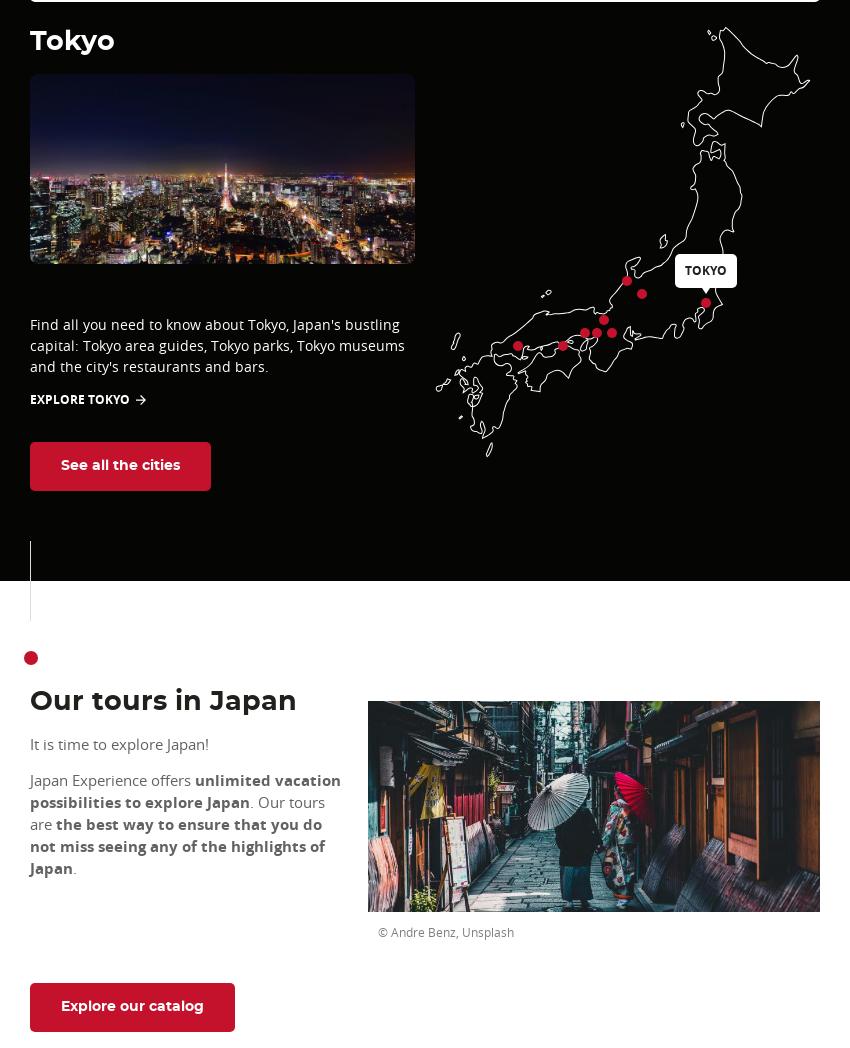 The image size is (850, 1048). Describe the element at coordinates (132, 1007) in the screenshot. I see `'Explore our catalog'` at that location.